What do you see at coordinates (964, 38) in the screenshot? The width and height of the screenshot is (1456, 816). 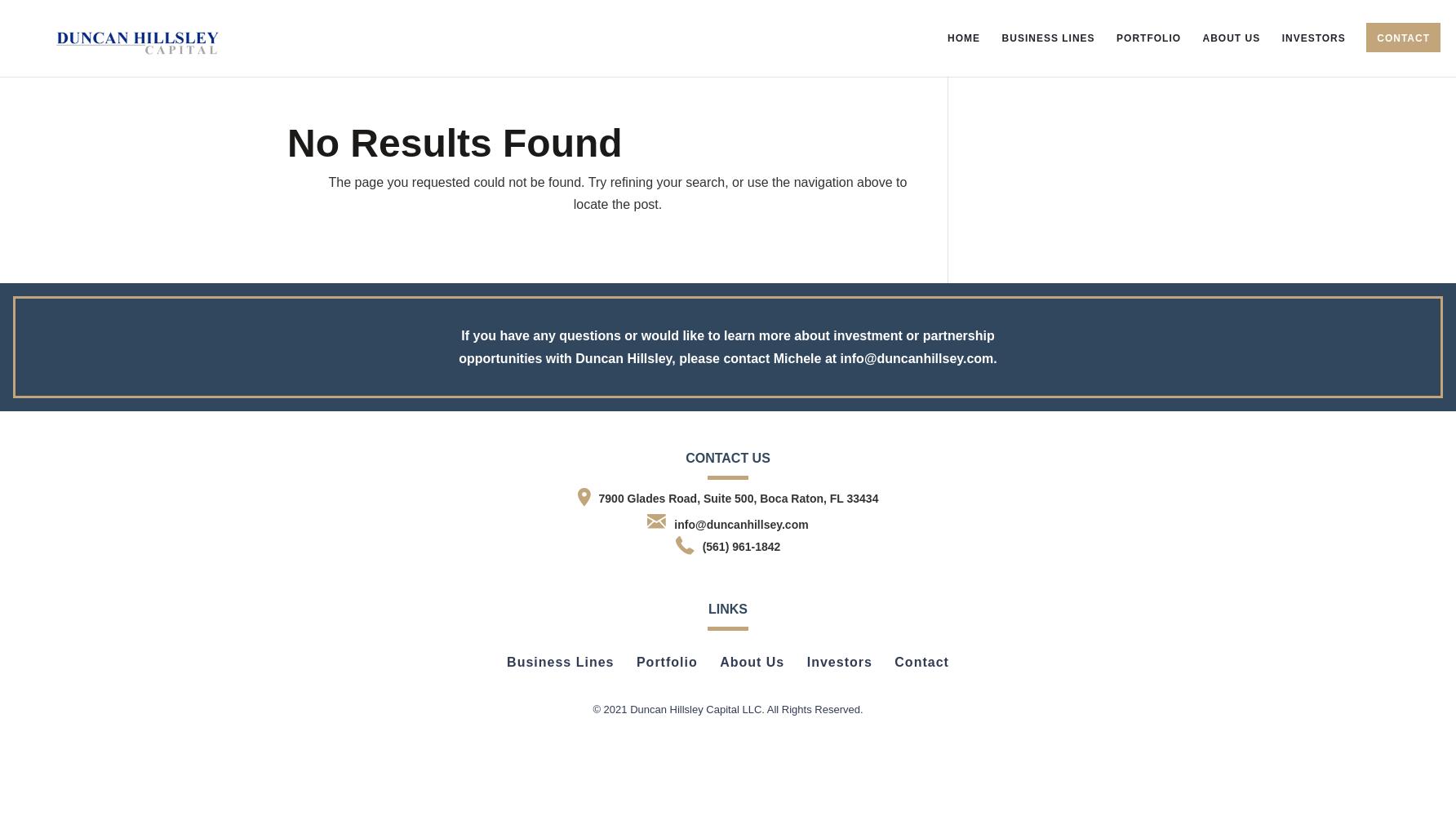 I see `'Home'` at bounding box center [964, 38].